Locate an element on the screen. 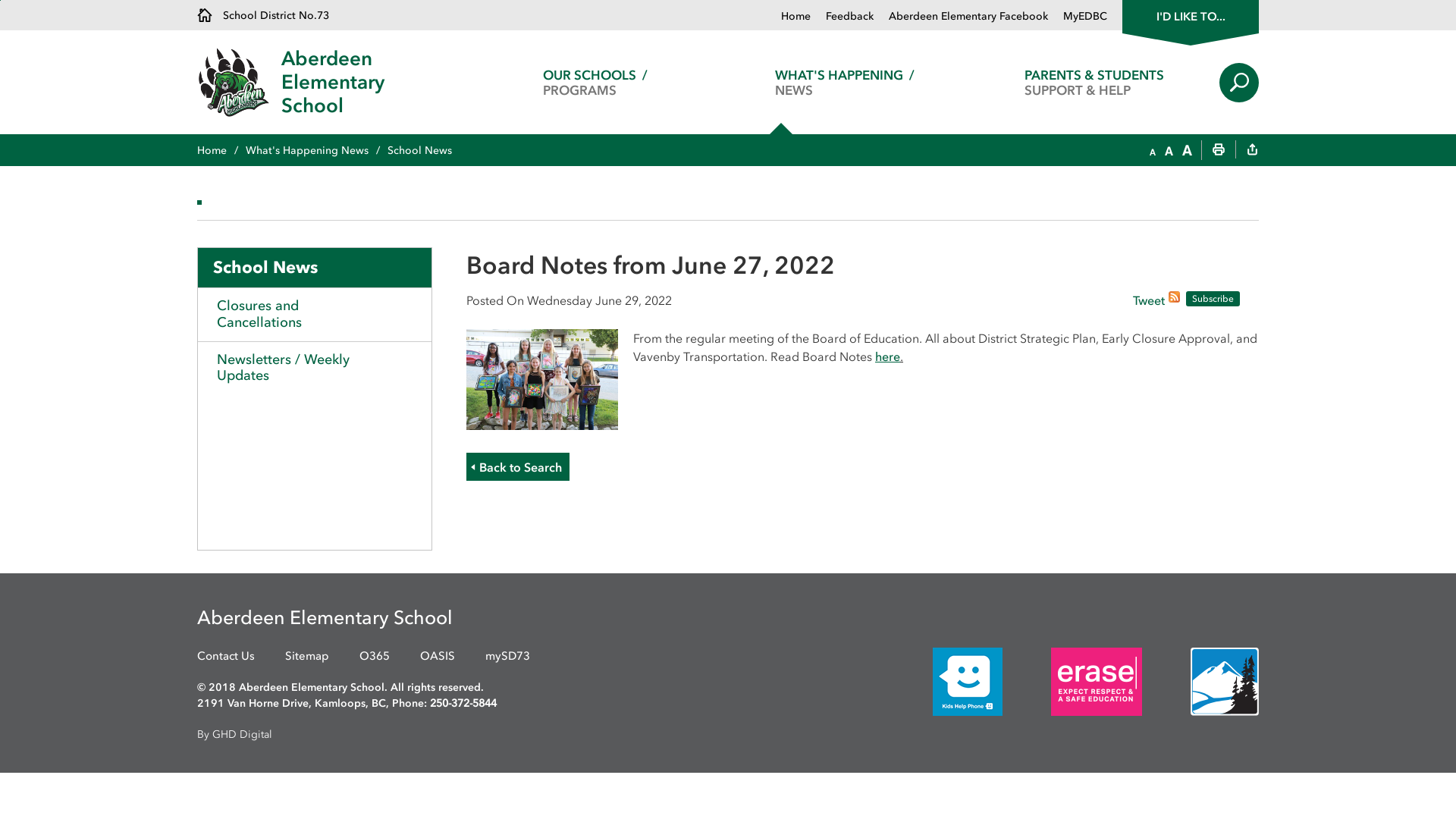  'Back to Search' is located at coordinates (517, 466).